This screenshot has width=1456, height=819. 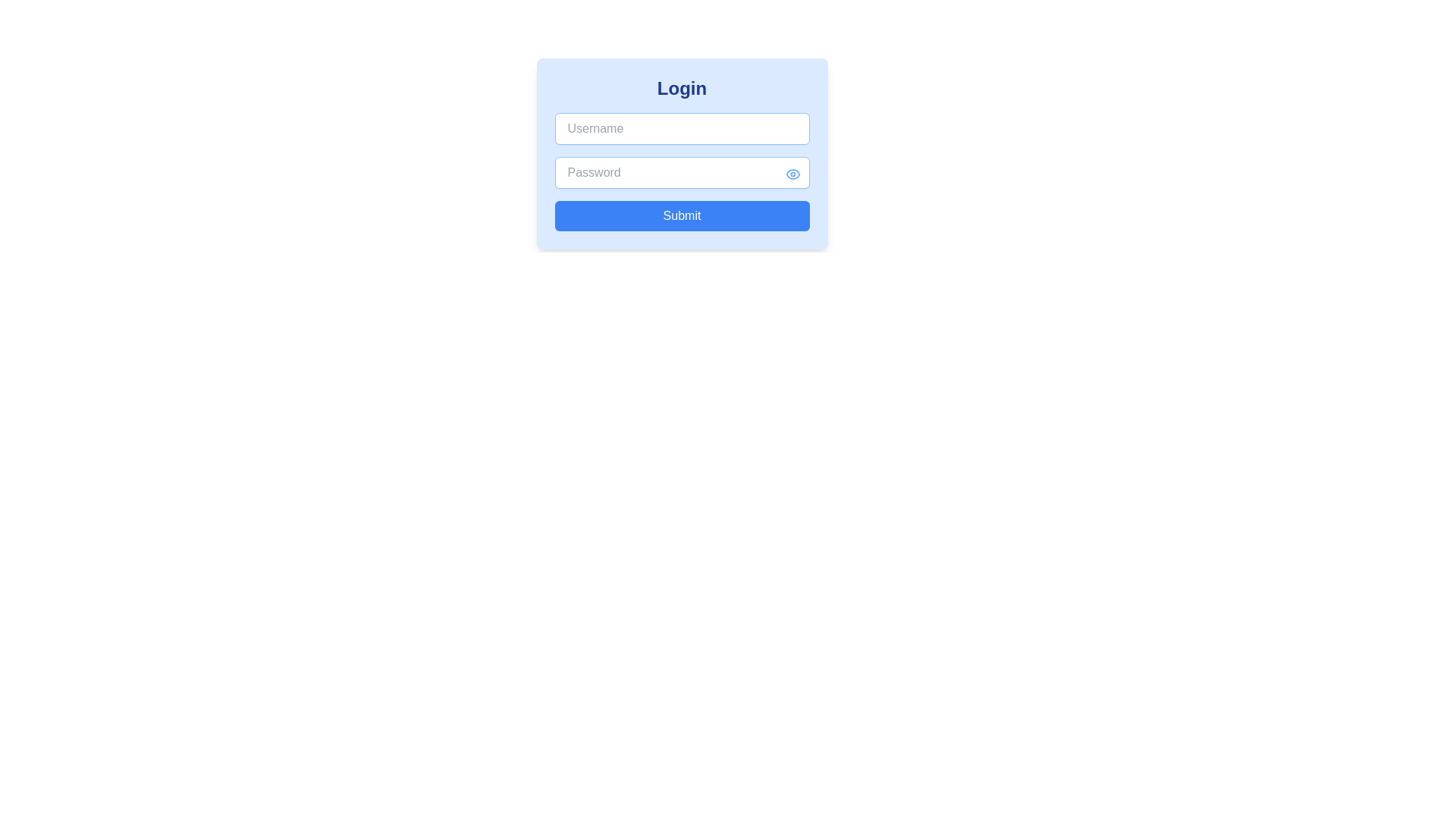 I want to click on the password input field located below the 'Username' field and above the 'Submit' button in the login form, so click(x=681, y=154).